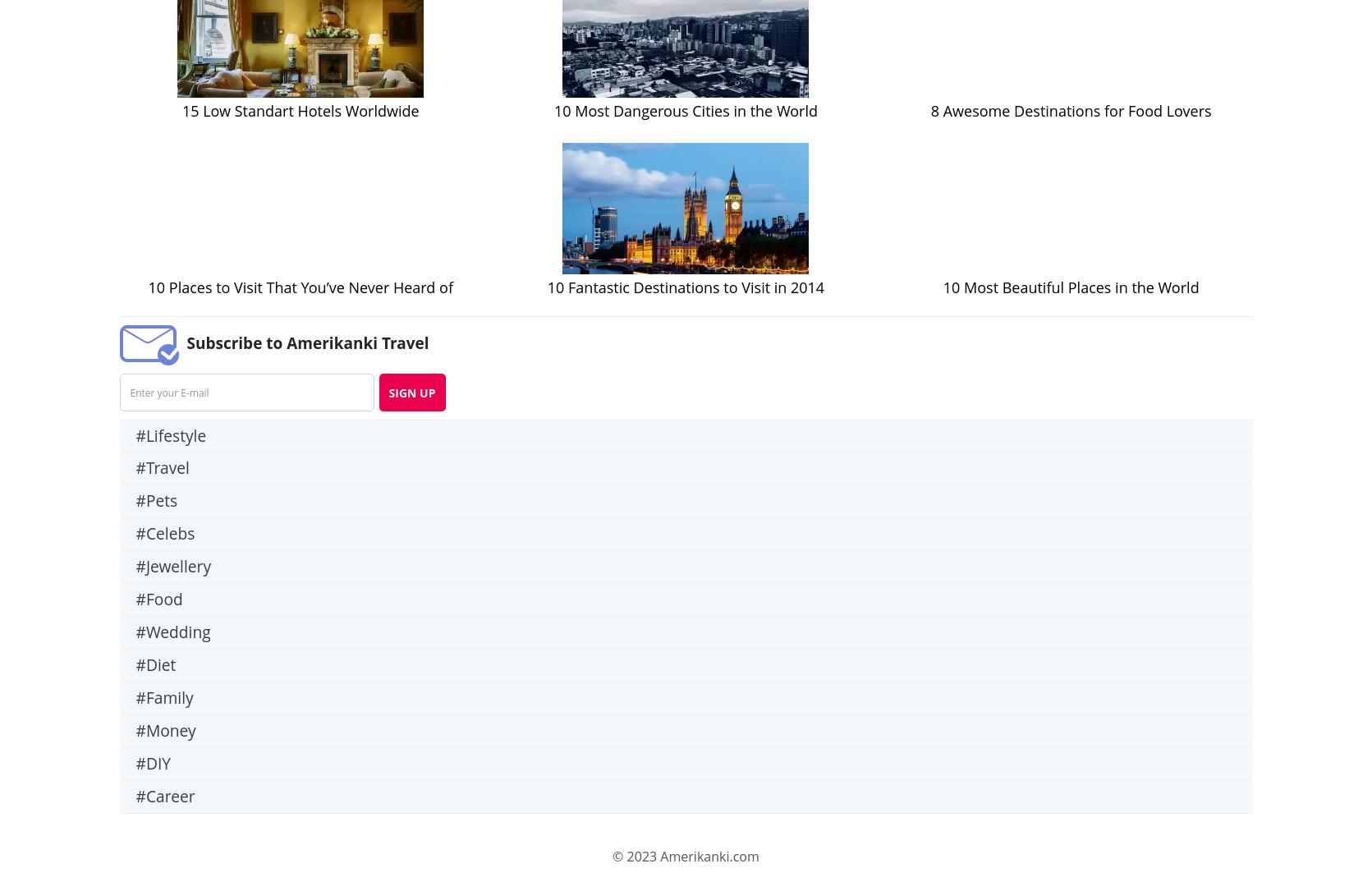 The height and width of the screenshot is (882, 1372). Describe the element at coordinates (685, 856) in the screenshot. I see `'© 2023 Amerikanki.com'` at that location.